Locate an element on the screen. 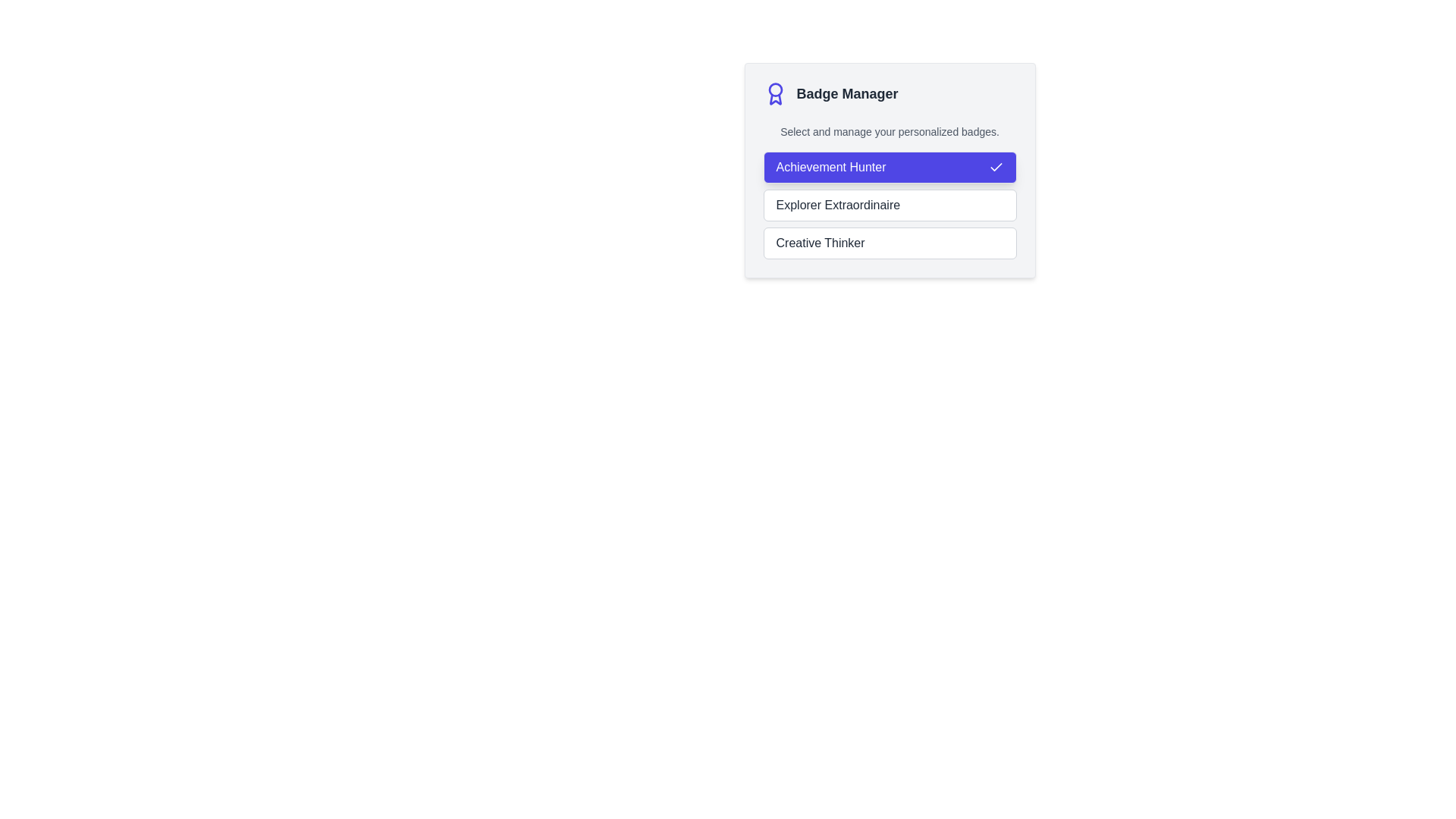 The width and height of the screenshot is (1456, 819). the Text label positioned centrally in the second row of the vertical list of options within the 'Badge Manager' module, located beneath 'Achievement Hunter' and above 'Creative Thinker' is located at coordinates (837, 205).